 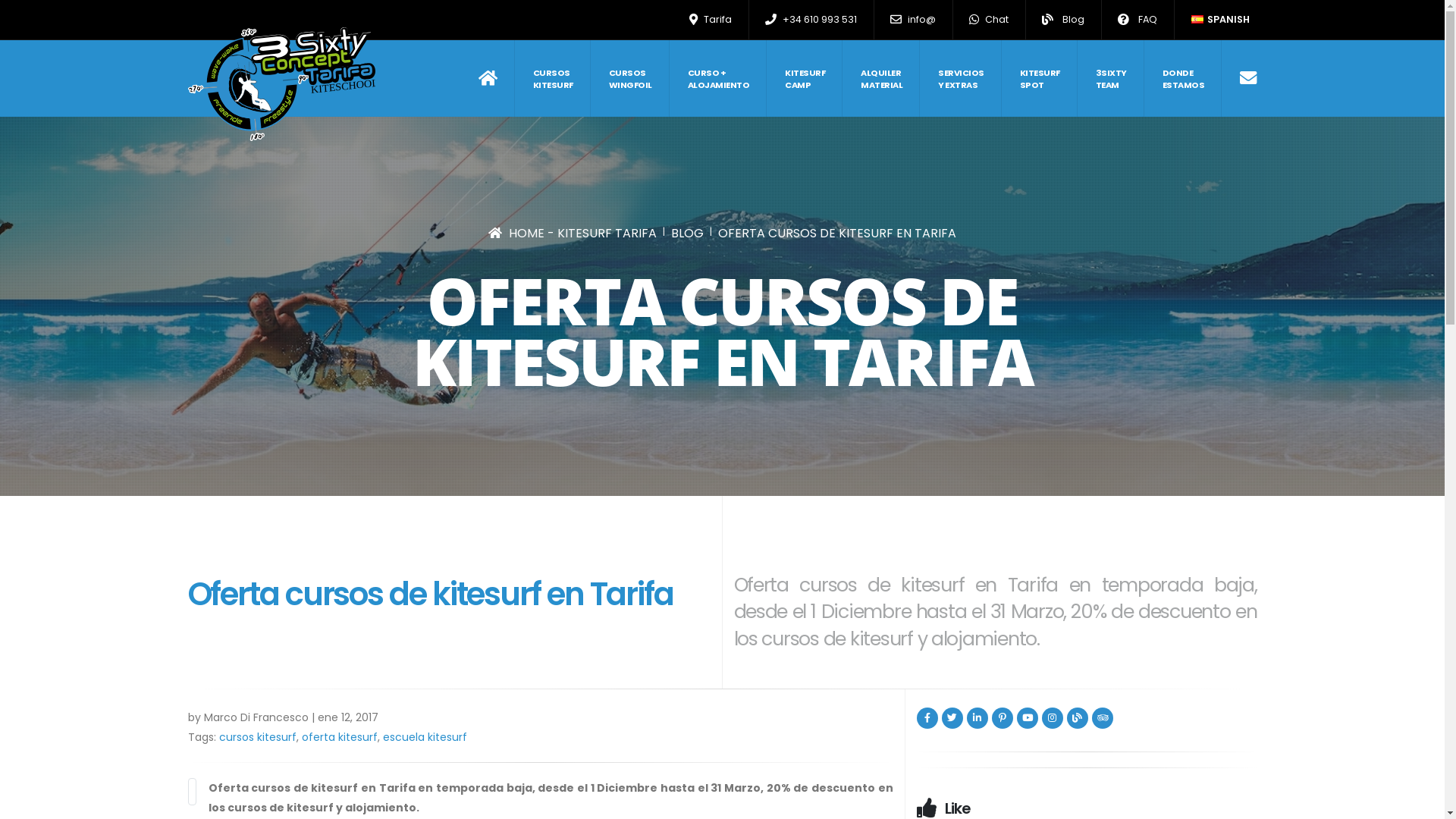 What do you see at coordinates (477, 78) in the screenshot?
I see `'Home - Kitesurf Tarifa'` at bounding box center [477, 78].